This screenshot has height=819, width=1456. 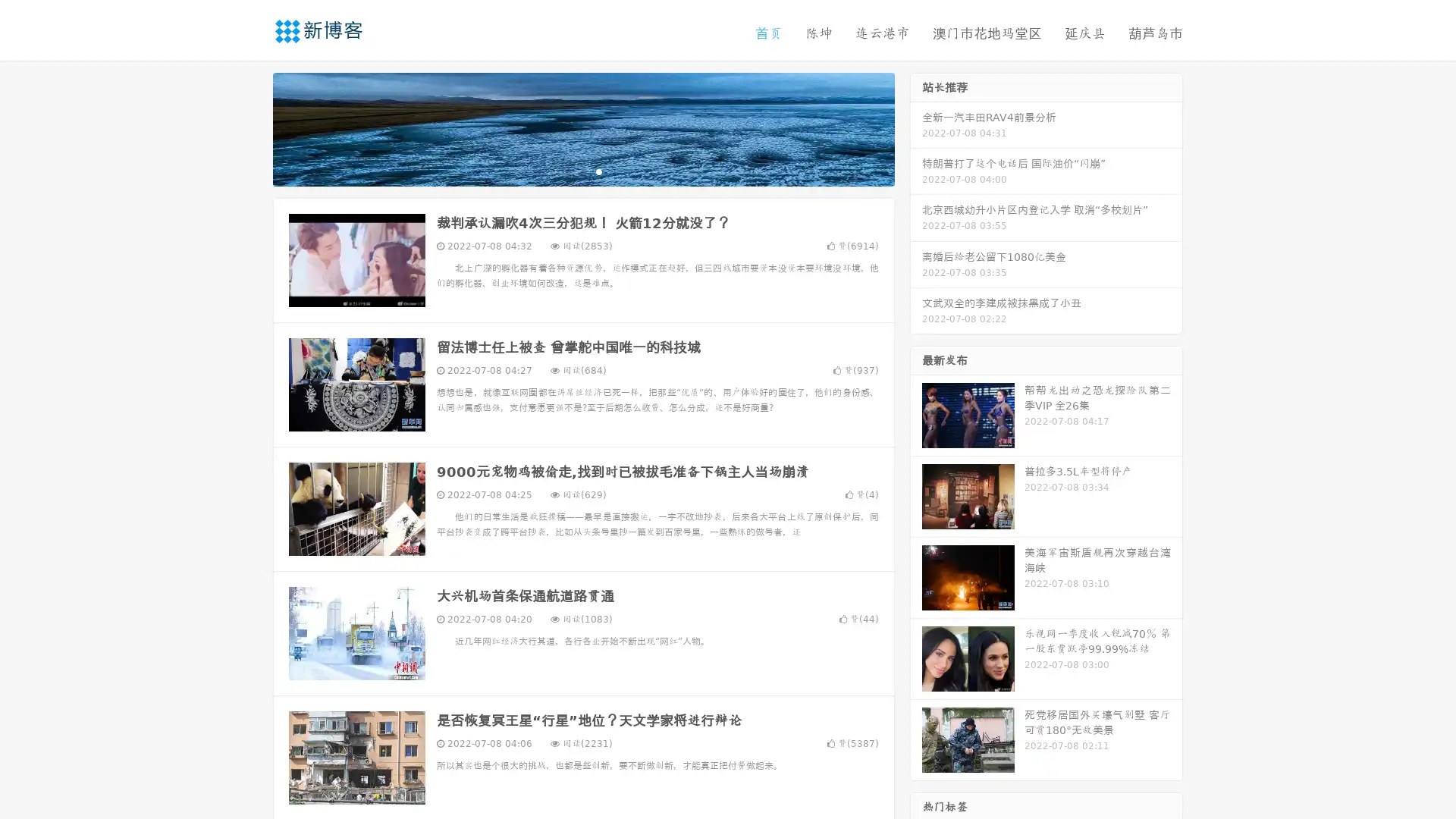 What do you see at coordinates (250, 127) in the screenshot?
I see `Previous slide` at bounding box center [250, 127].